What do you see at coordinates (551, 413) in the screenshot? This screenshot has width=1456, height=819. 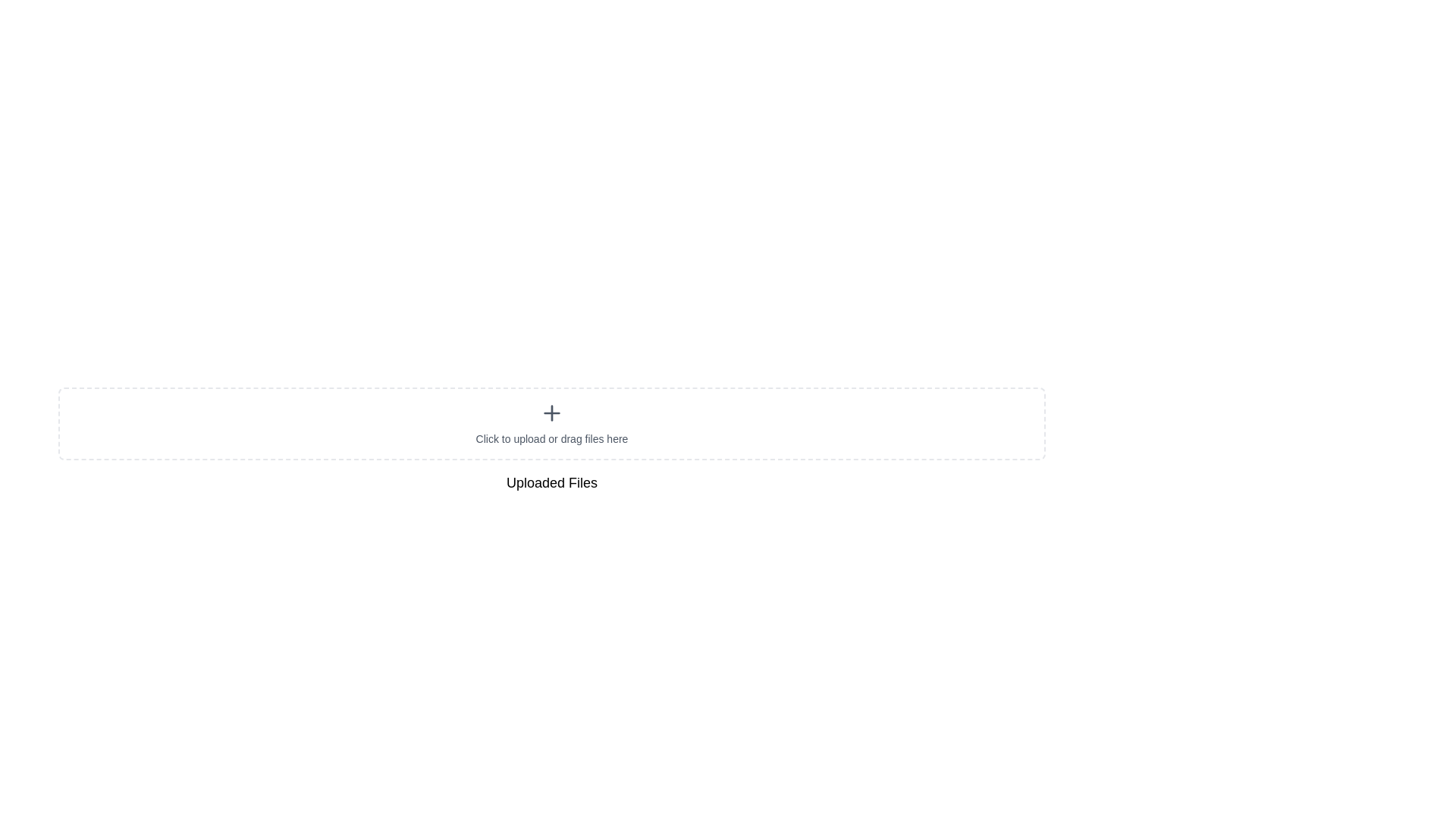 I see `the 'plus' icon located at the center of the dotted rectangular area labeled 'Click to upload or drag files here' to potentially display a tooltip` at bounding box center [551, 413].